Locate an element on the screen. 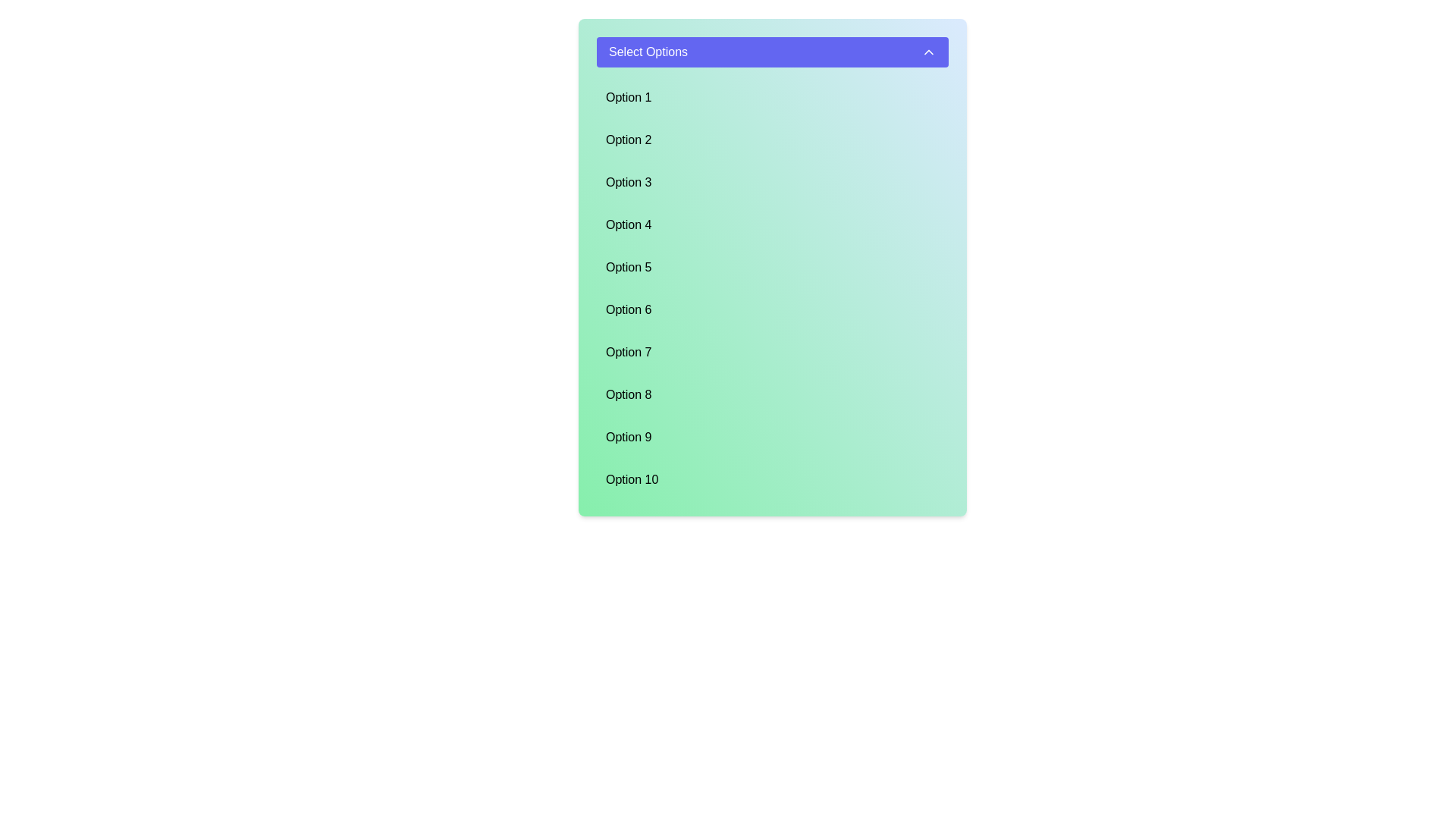  the toggle icon is located at coordinates (927, 52).